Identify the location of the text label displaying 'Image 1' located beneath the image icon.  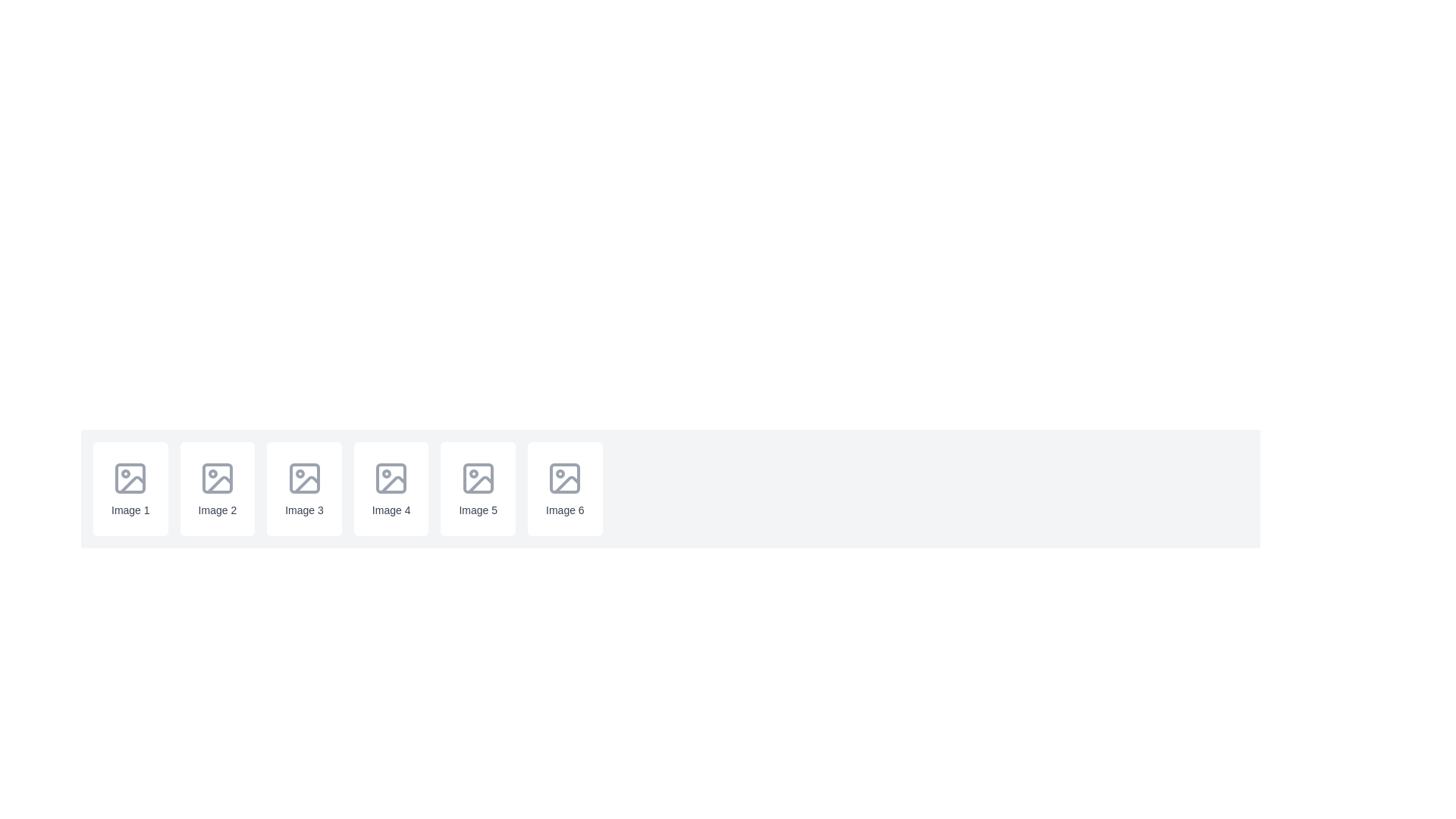
(130, 510).